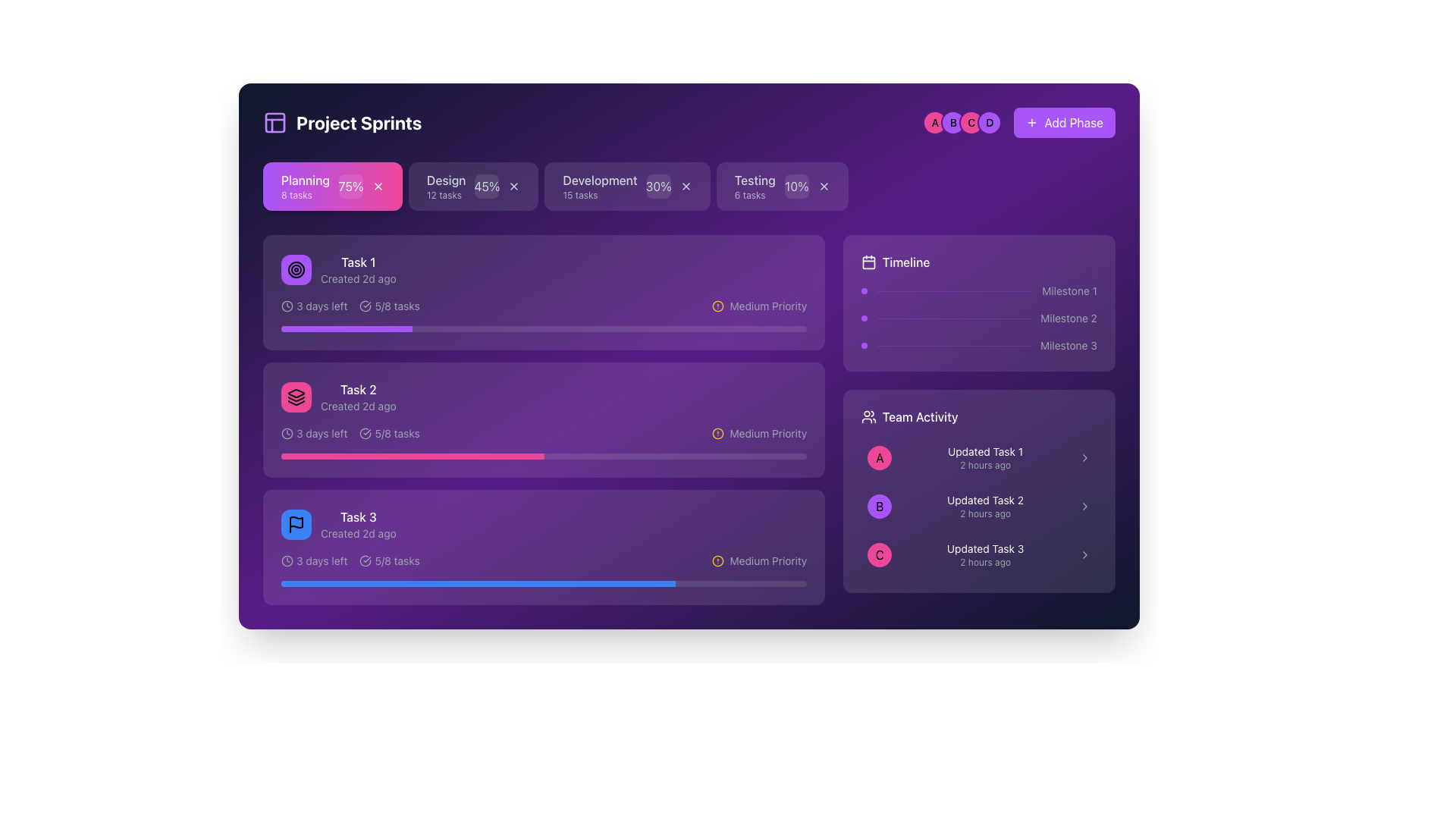  Describe the element at coordinates (337, 397) in the screenshot. I see `the task name 'Task 2' in the List Item element with a pink circular icon on the left` at that location.